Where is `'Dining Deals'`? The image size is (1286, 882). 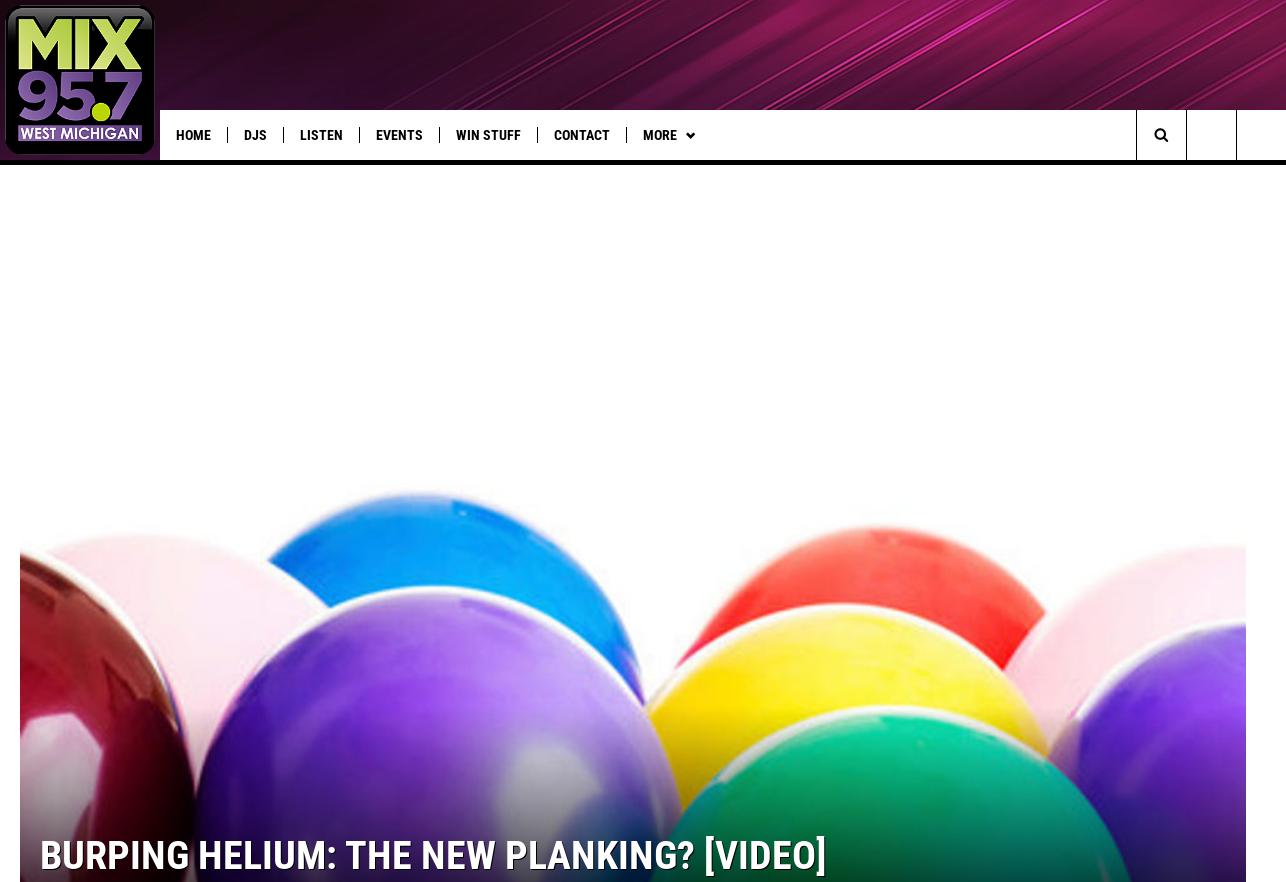
'Dining Deals' is located at coordinates (877, 174).